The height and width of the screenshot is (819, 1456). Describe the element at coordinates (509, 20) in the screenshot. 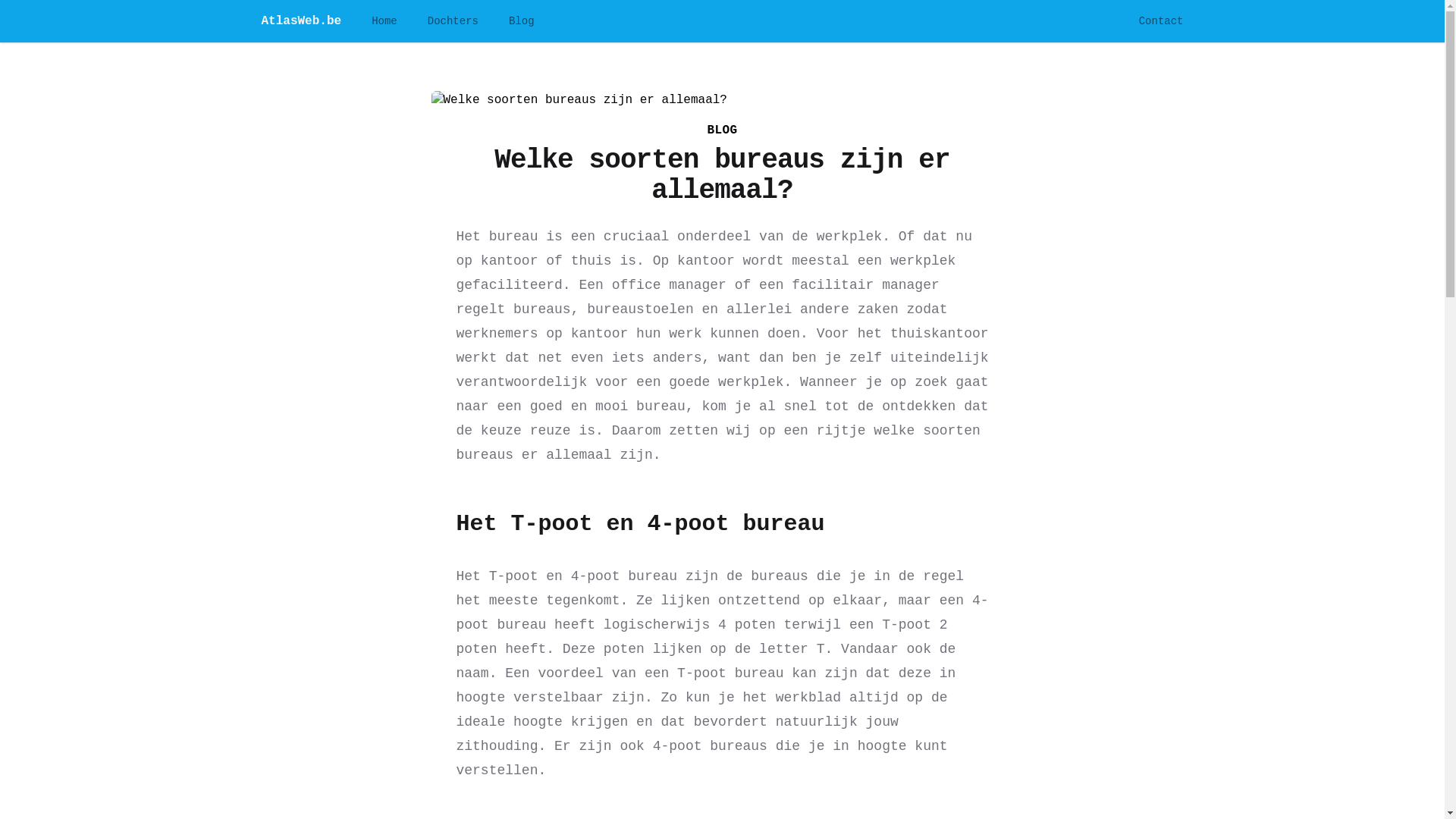

I see `'Blog'` at that location.